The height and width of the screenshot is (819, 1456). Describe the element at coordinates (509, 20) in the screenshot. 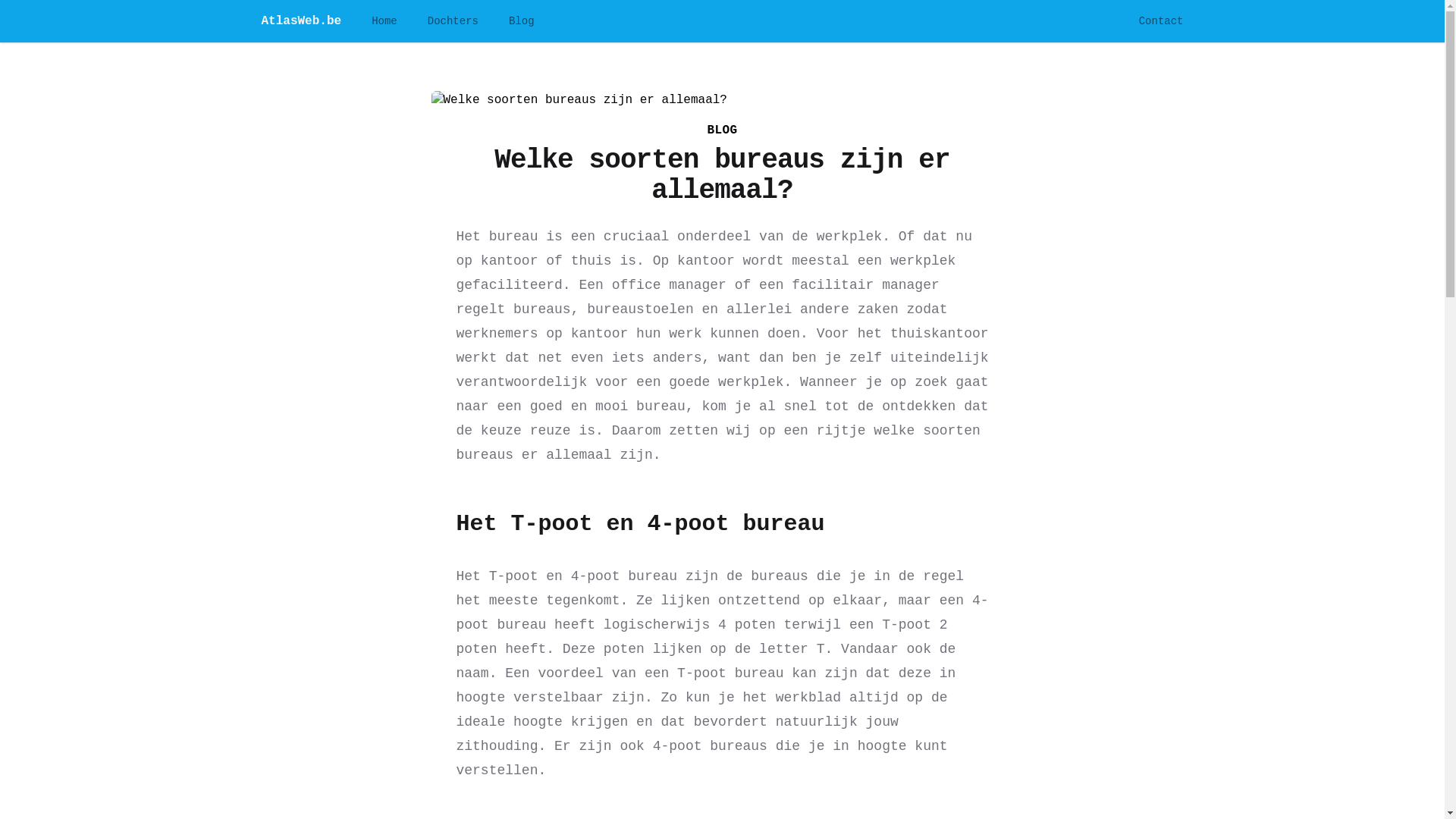

I see `'Blog'` at that location.